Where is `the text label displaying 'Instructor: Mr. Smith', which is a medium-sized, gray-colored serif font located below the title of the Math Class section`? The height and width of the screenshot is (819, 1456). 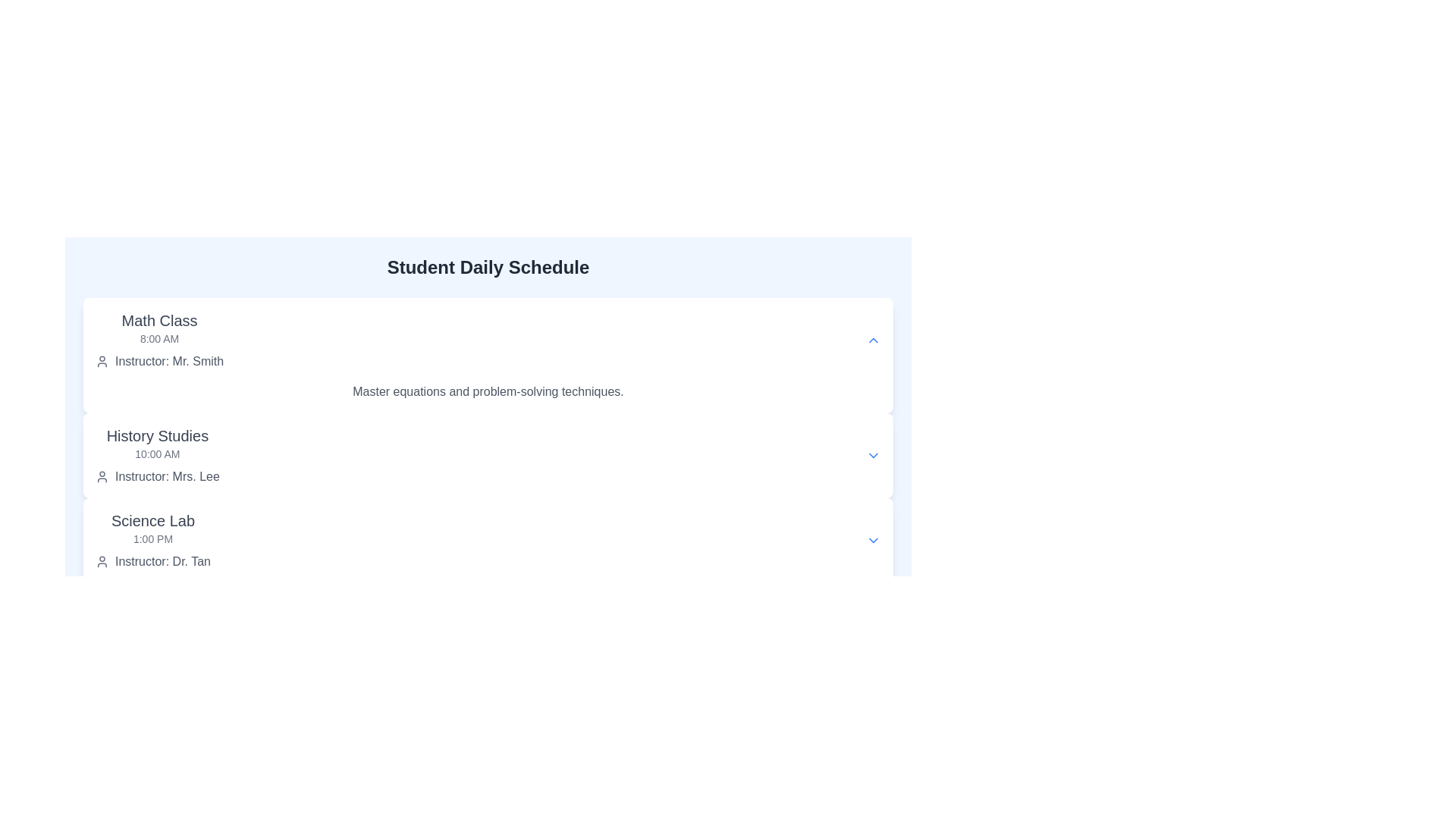 the text label displaying 'Instructor: Mr. Smith', which is a medium-sized, gray-colored serif font located below the title of the Math Class section is located at coordinates (169, 362).